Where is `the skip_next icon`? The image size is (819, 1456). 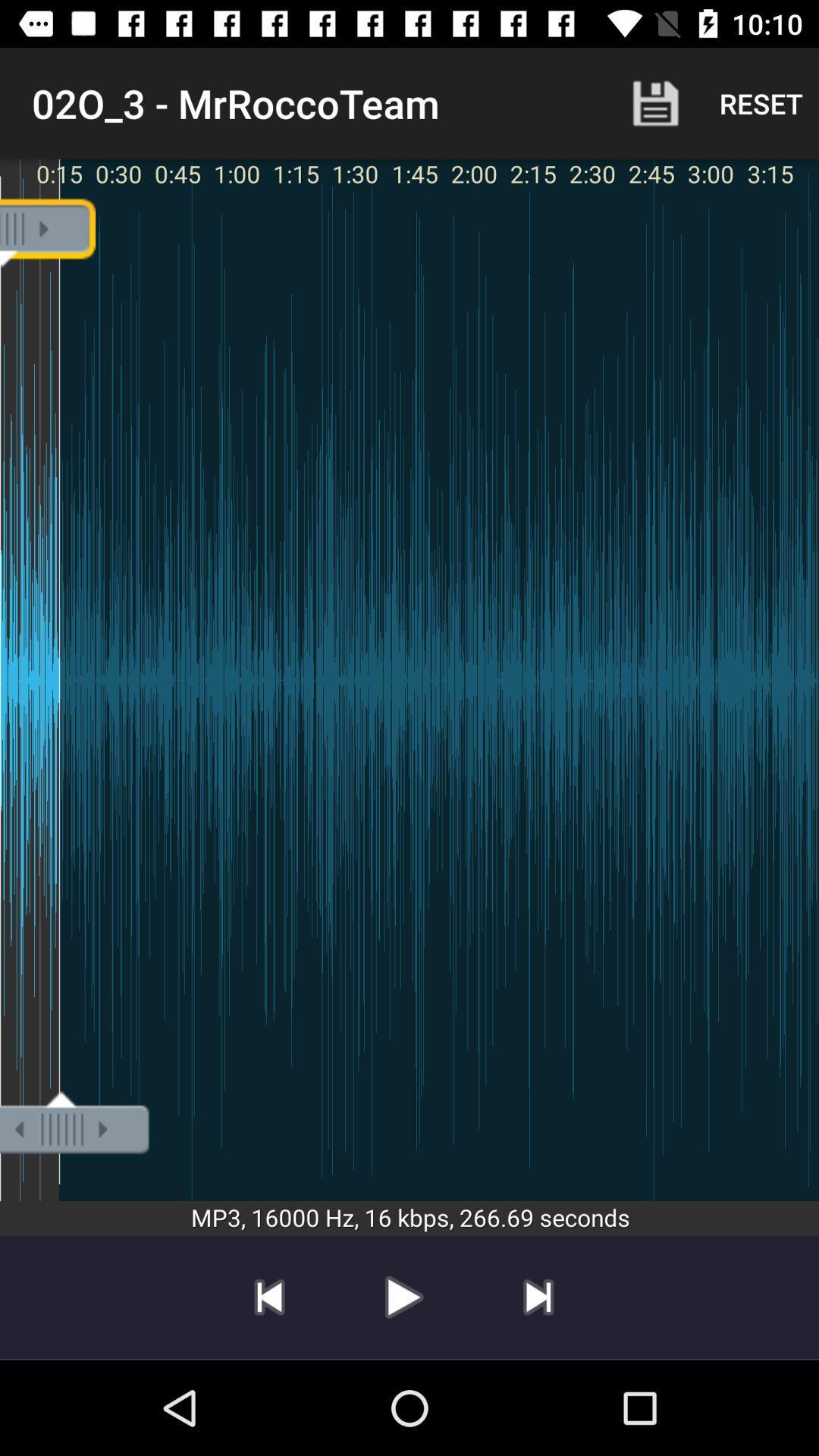
the skip_next icon is located at coordinates (538, 1296).